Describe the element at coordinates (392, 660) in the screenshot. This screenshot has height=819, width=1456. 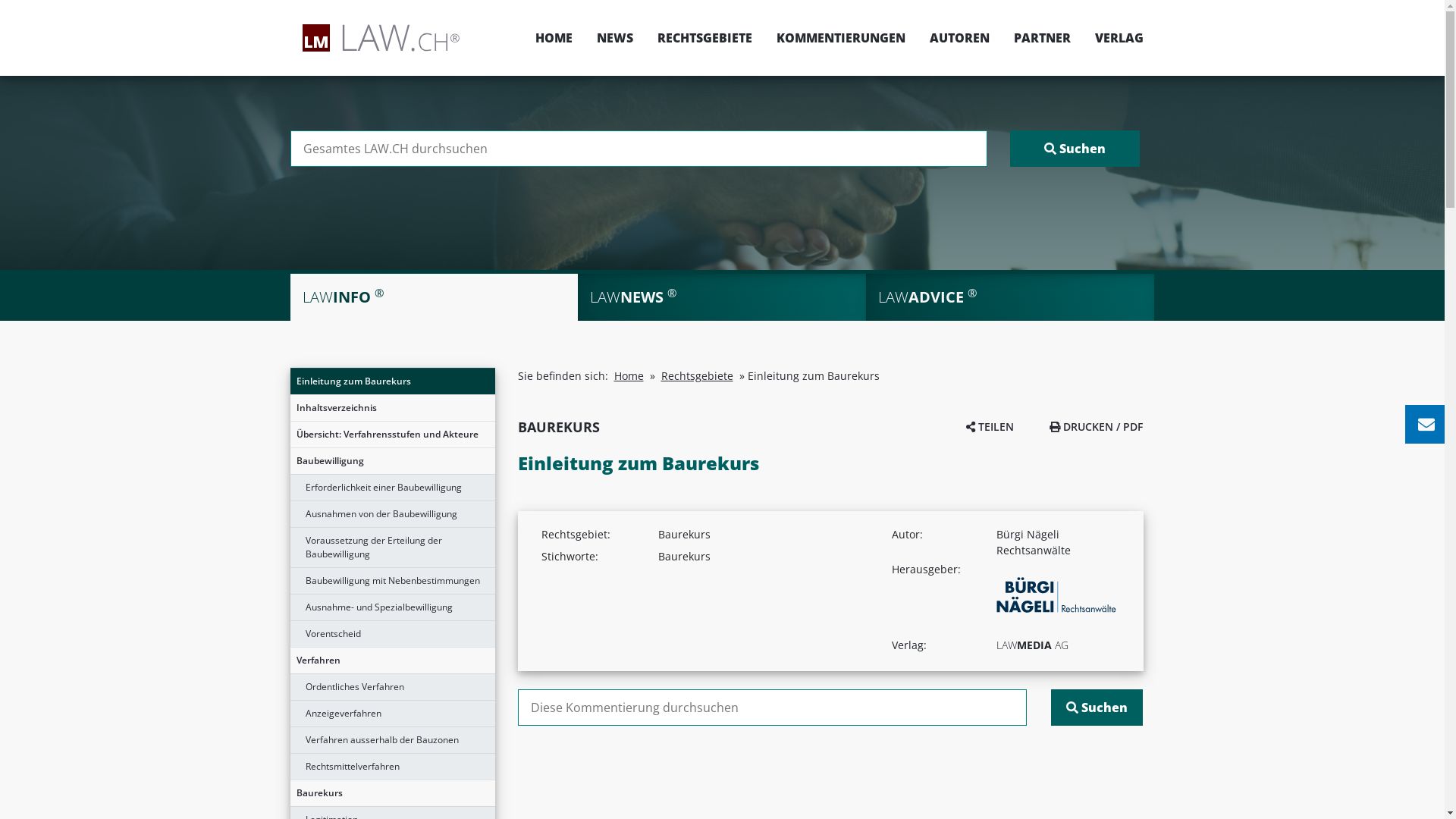
I see `'Verfahren'` at that location.